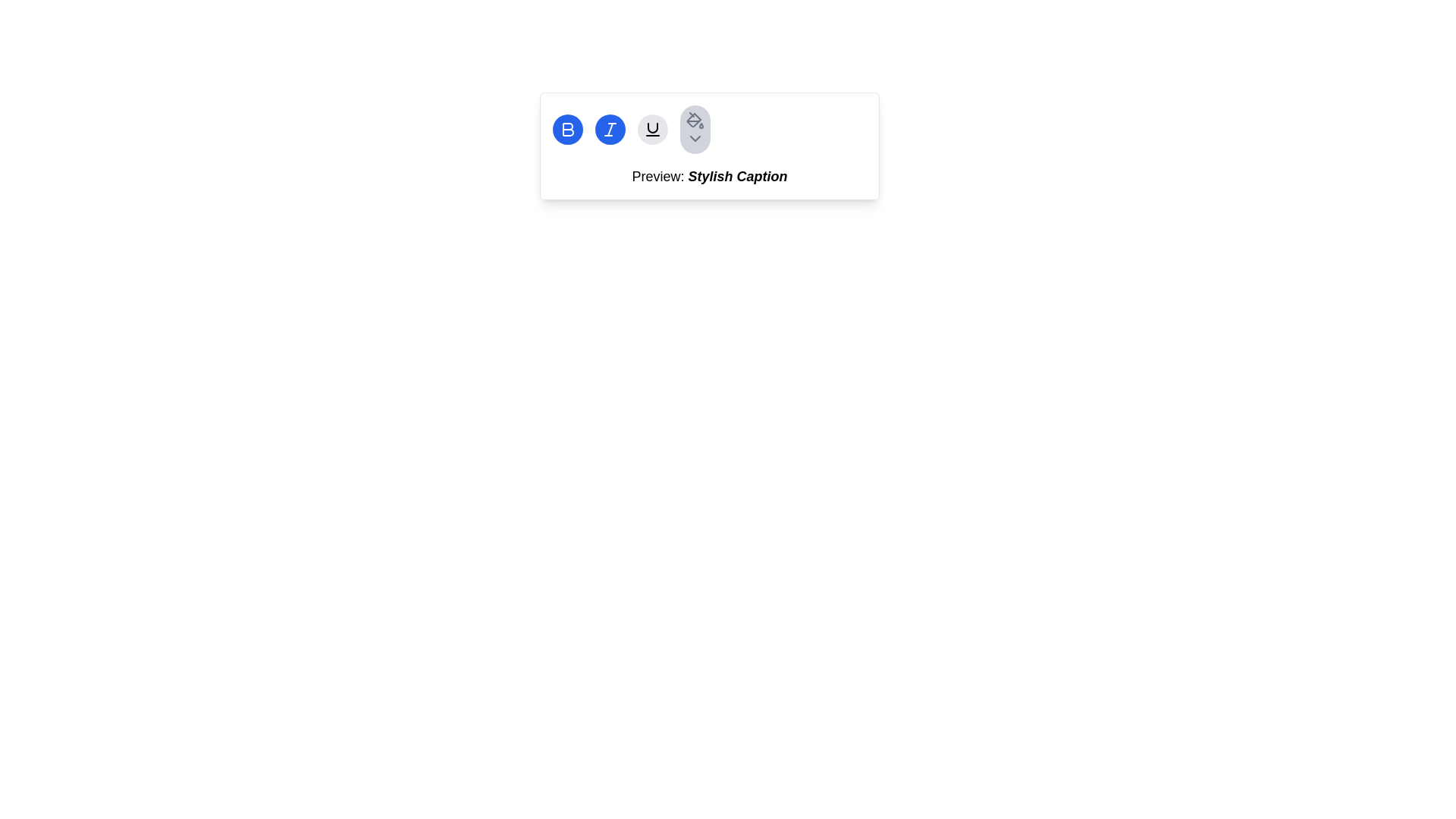 This screenshot has height=819, width=1456. What do you see at coordinates (566, 128) in the screenshot?
I see `the leftmost circular button in the formatting row` at bounding box center [566, 128].